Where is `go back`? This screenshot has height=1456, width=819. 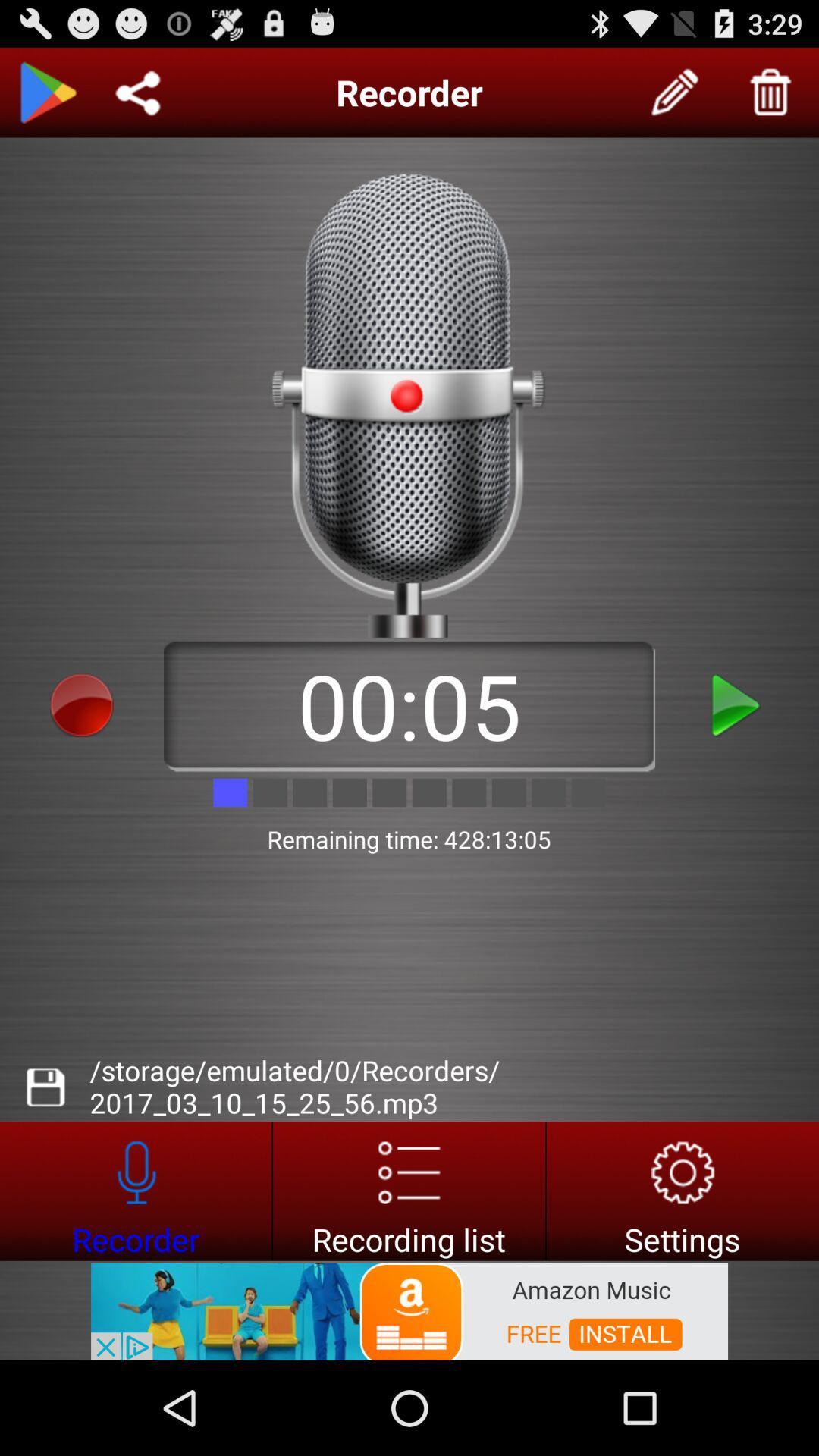 go back is located at coordinates (46, 92).